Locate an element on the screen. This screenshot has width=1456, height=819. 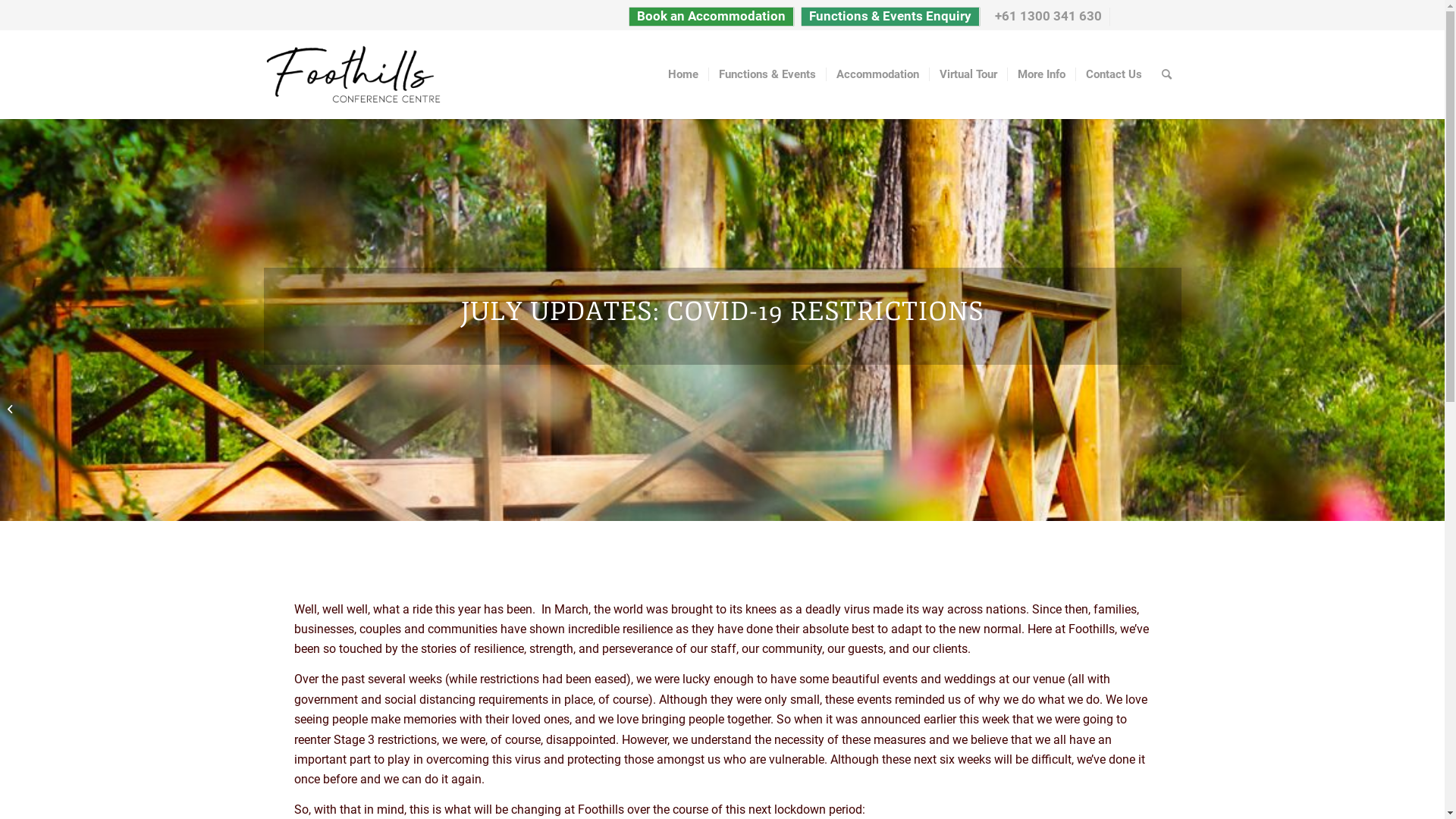
'+61 1300 341 630' is located at coordinates (1047, 17).